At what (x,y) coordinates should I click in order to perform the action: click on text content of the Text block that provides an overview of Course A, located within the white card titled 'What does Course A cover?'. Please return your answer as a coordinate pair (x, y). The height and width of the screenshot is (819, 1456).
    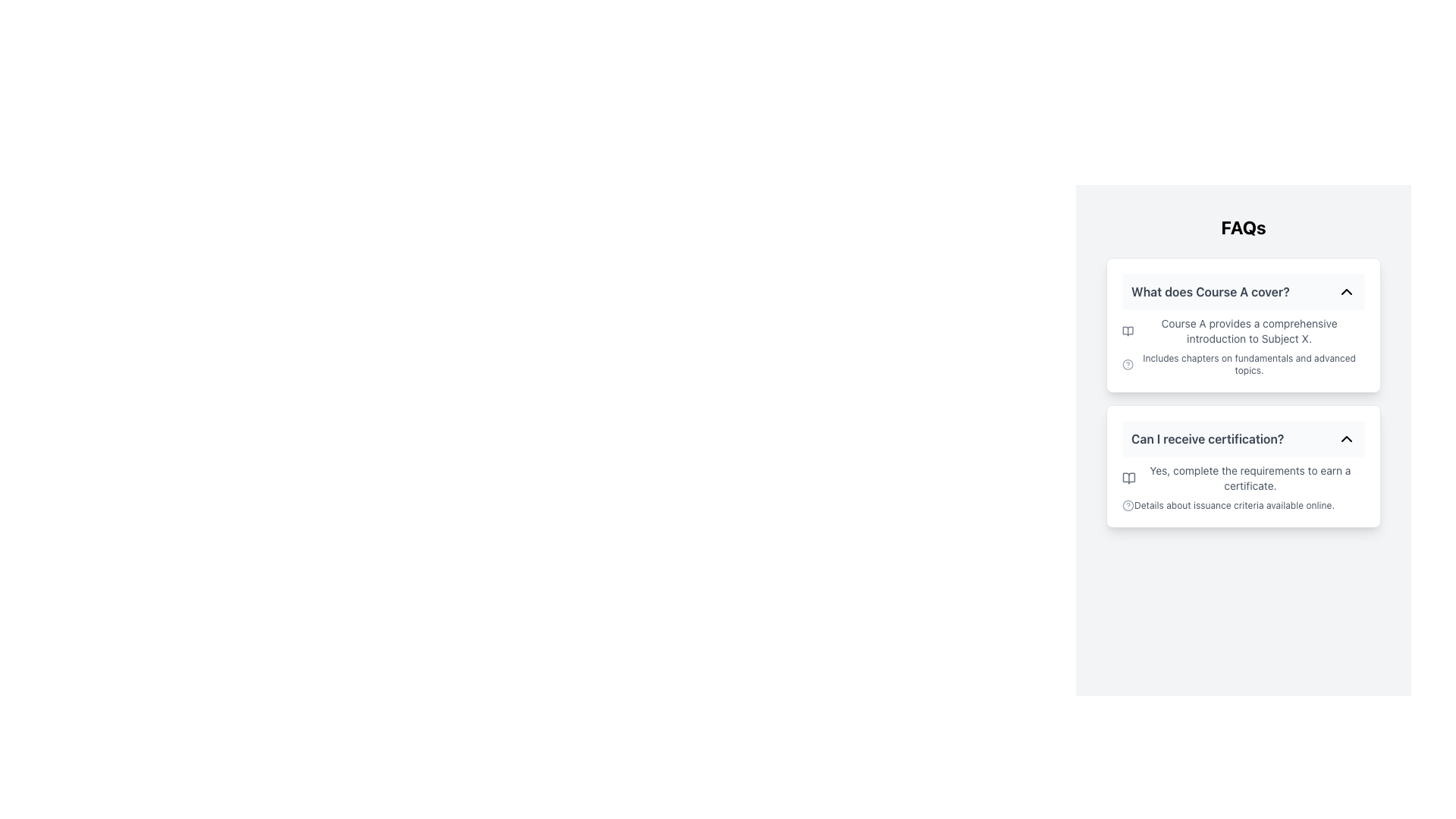
    Looking at the image, I should click on (1244, 346).